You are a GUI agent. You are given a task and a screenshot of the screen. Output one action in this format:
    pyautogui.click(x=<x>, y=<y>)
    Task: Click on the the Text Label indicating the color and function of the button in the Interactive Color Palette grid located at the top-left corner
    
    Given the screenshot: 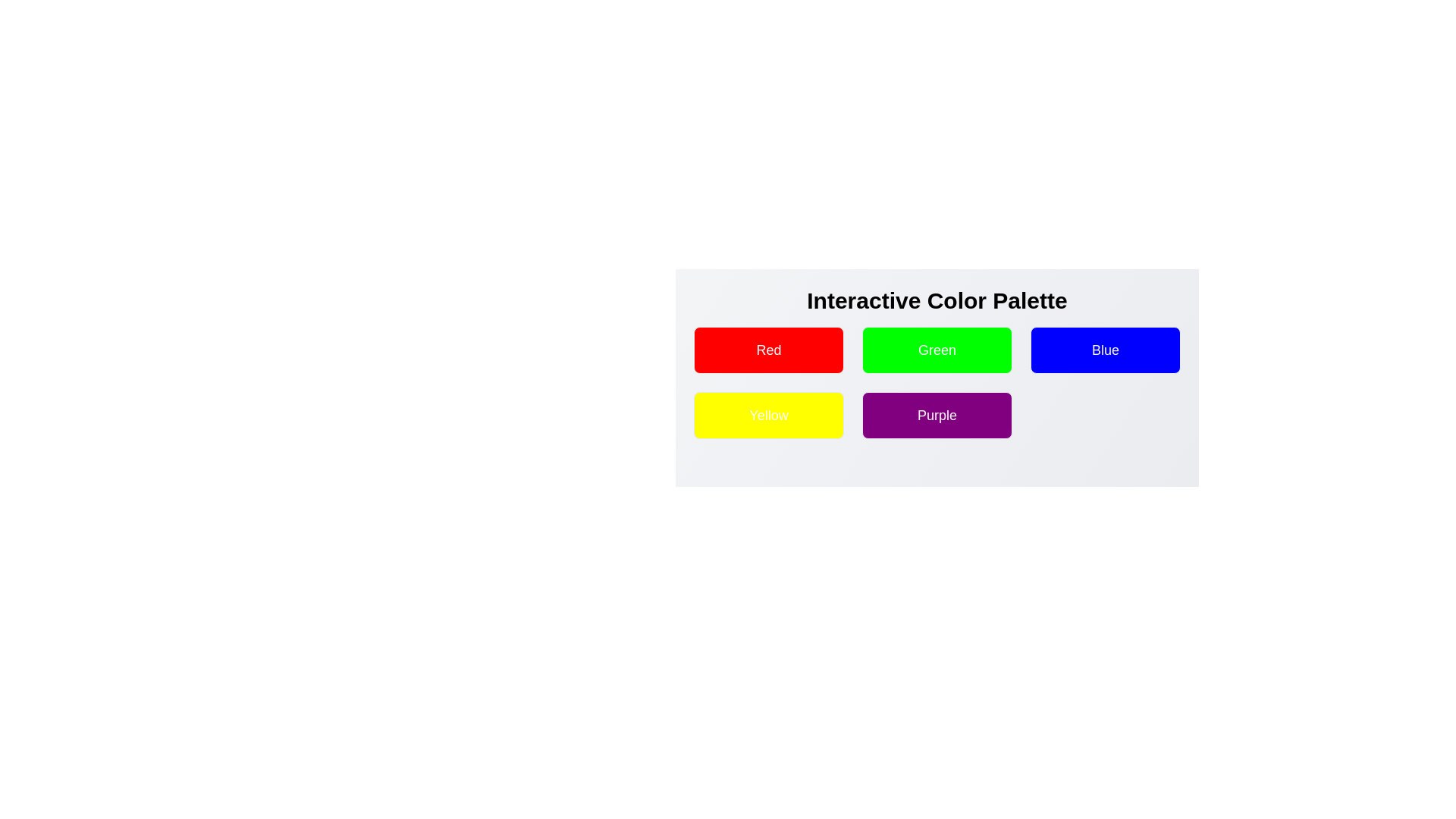 What is the action you would take?
    pyautogui.click(x=768, y=350)
    